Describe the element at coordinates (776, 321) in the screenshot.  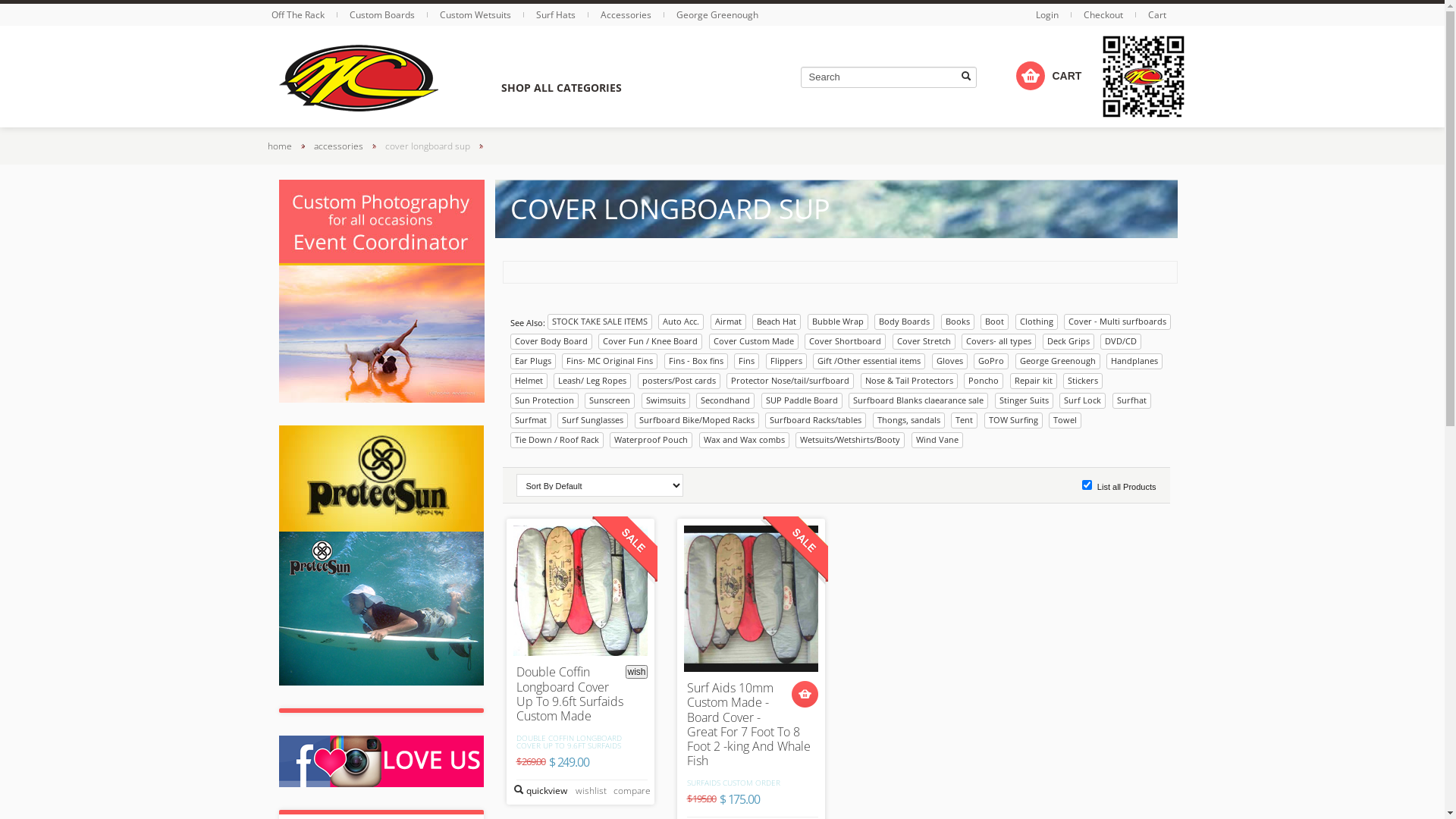
I see `'Beach Hat'` at that location.